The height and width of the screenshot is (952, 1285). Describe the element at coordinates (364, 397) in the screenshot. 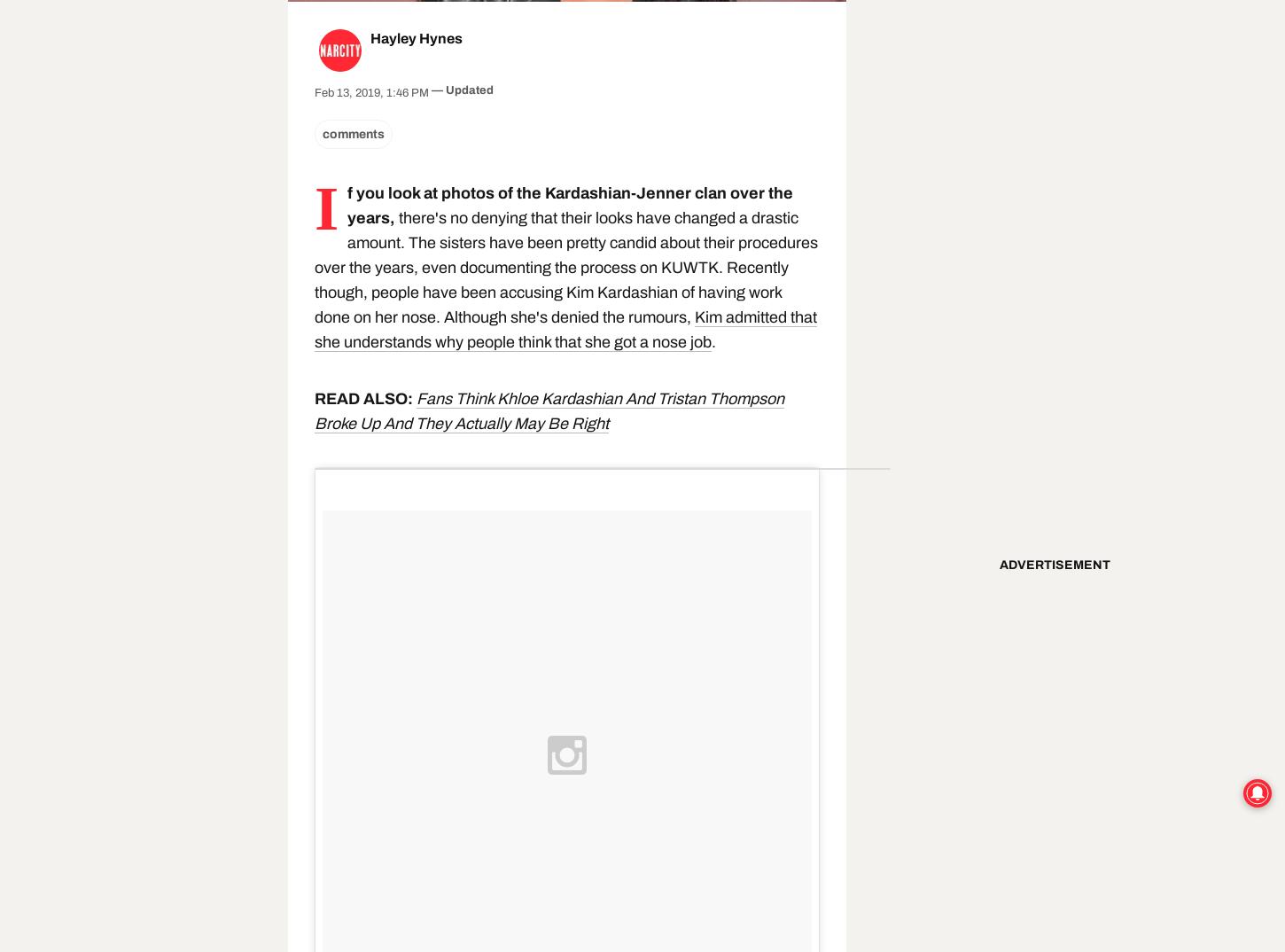

I see `'READ ALSO:'` at that location.